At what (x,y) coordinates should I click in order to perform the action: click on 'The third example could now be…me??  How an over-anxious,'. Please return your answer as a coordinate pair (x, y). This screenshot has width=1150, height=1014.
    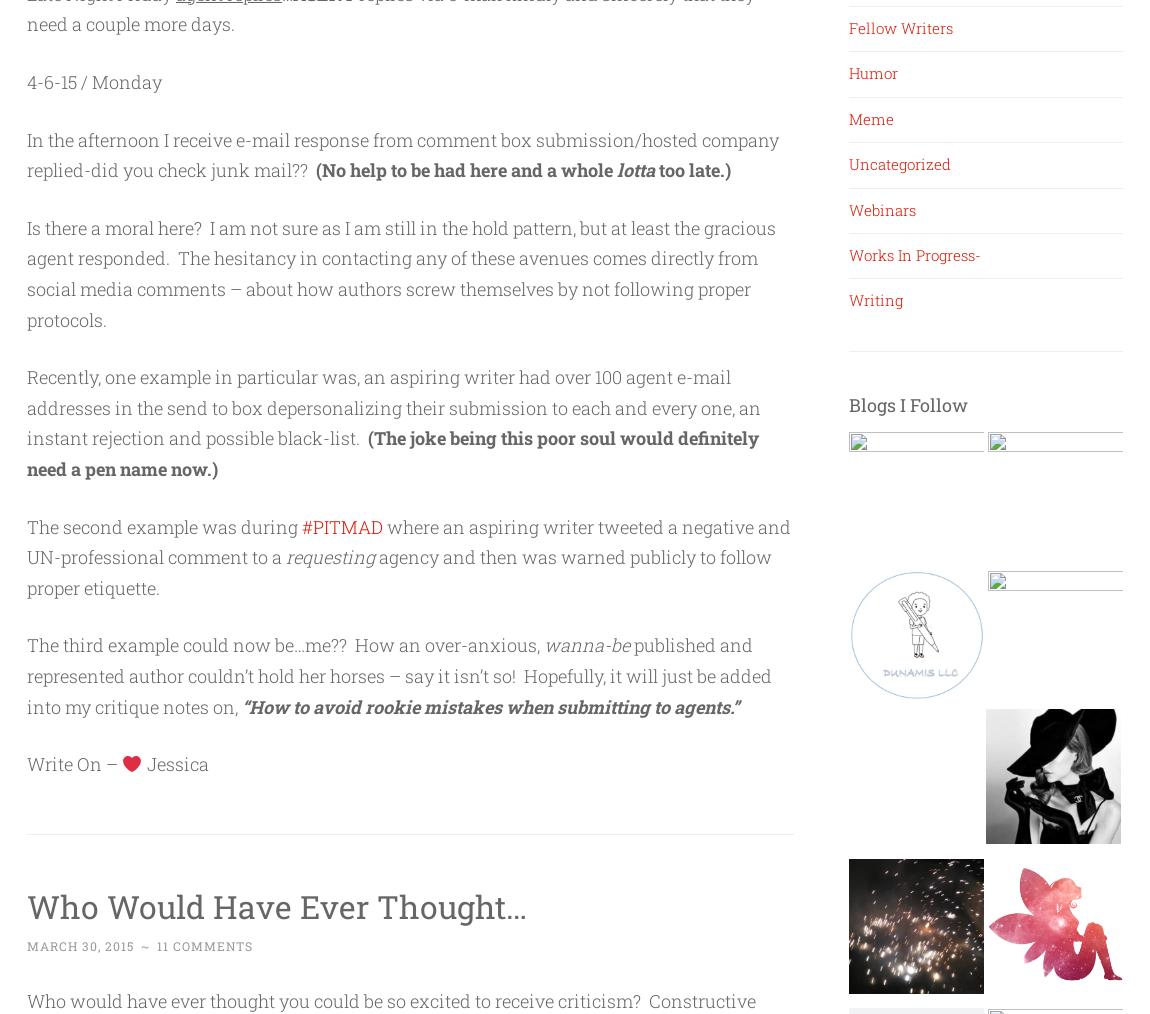
    Looking at the image, I should click on (284, 645).